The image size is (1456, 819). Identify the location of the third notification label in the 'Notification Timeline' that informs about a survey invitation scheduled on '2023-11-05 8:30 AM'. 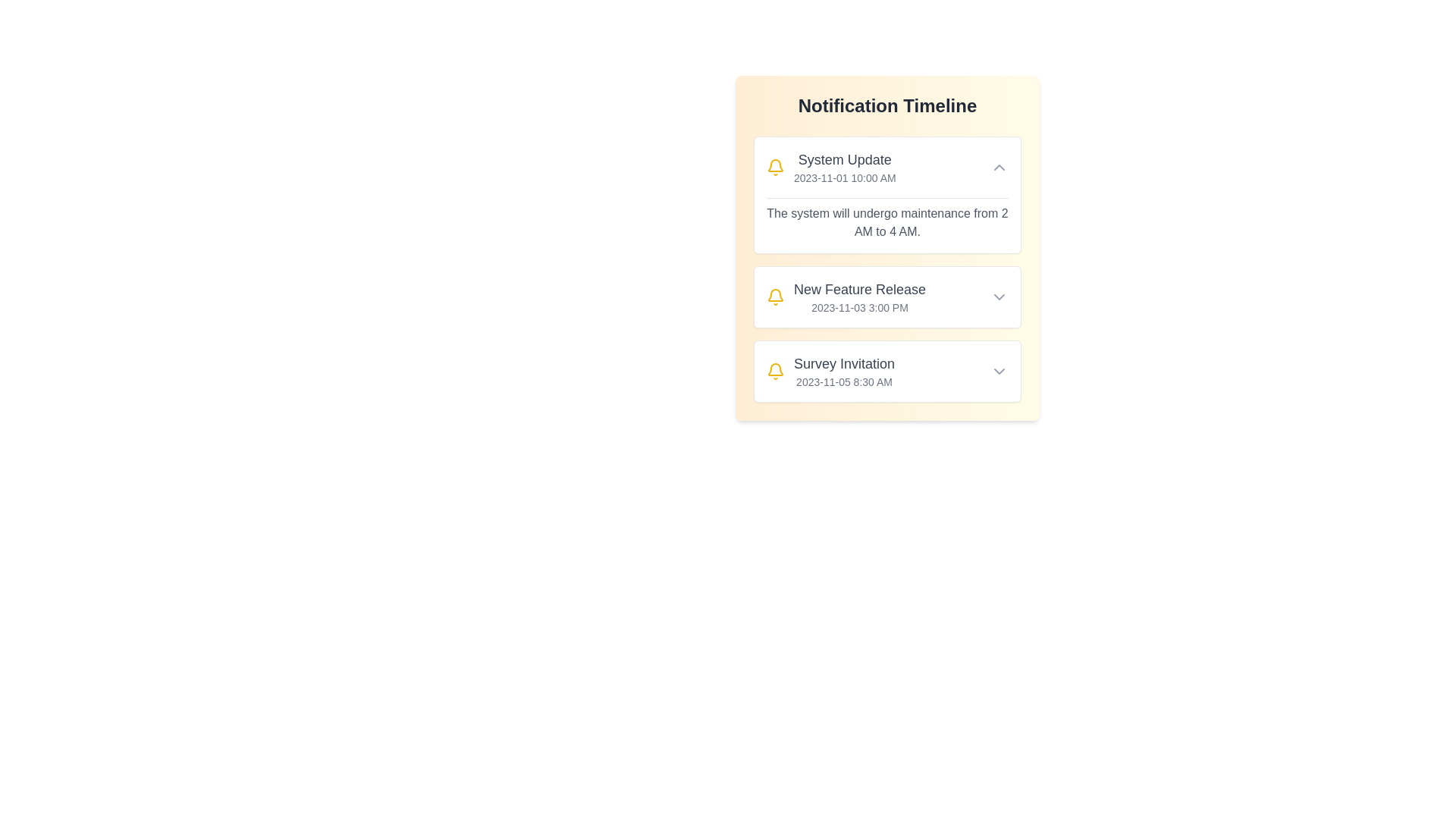
(843, 371).